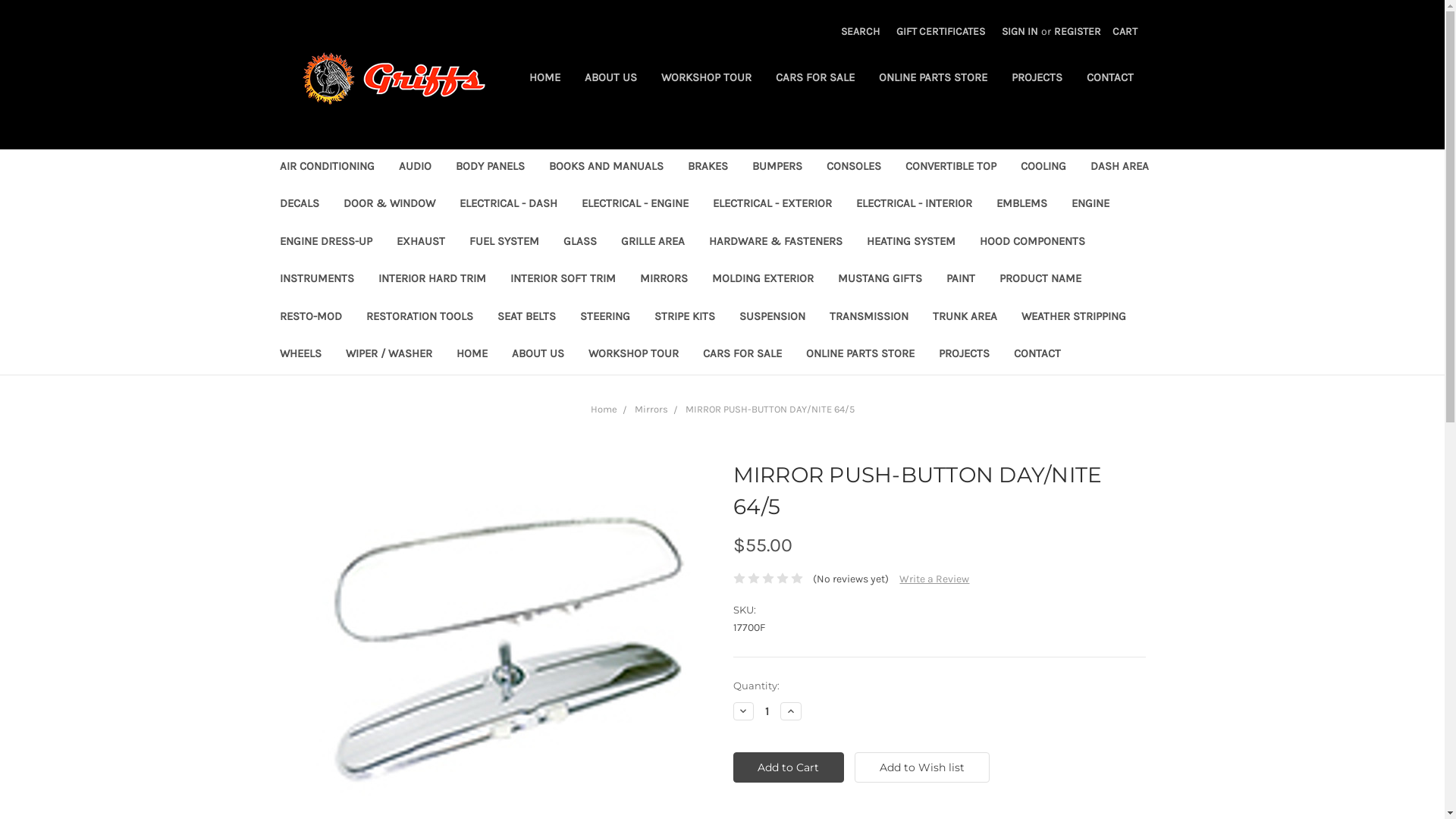 This screenshot has width=1456, height=819. Describe the element at coordinates (1036, 355) in the screenshot. I see `'CONTACT'` at that location.